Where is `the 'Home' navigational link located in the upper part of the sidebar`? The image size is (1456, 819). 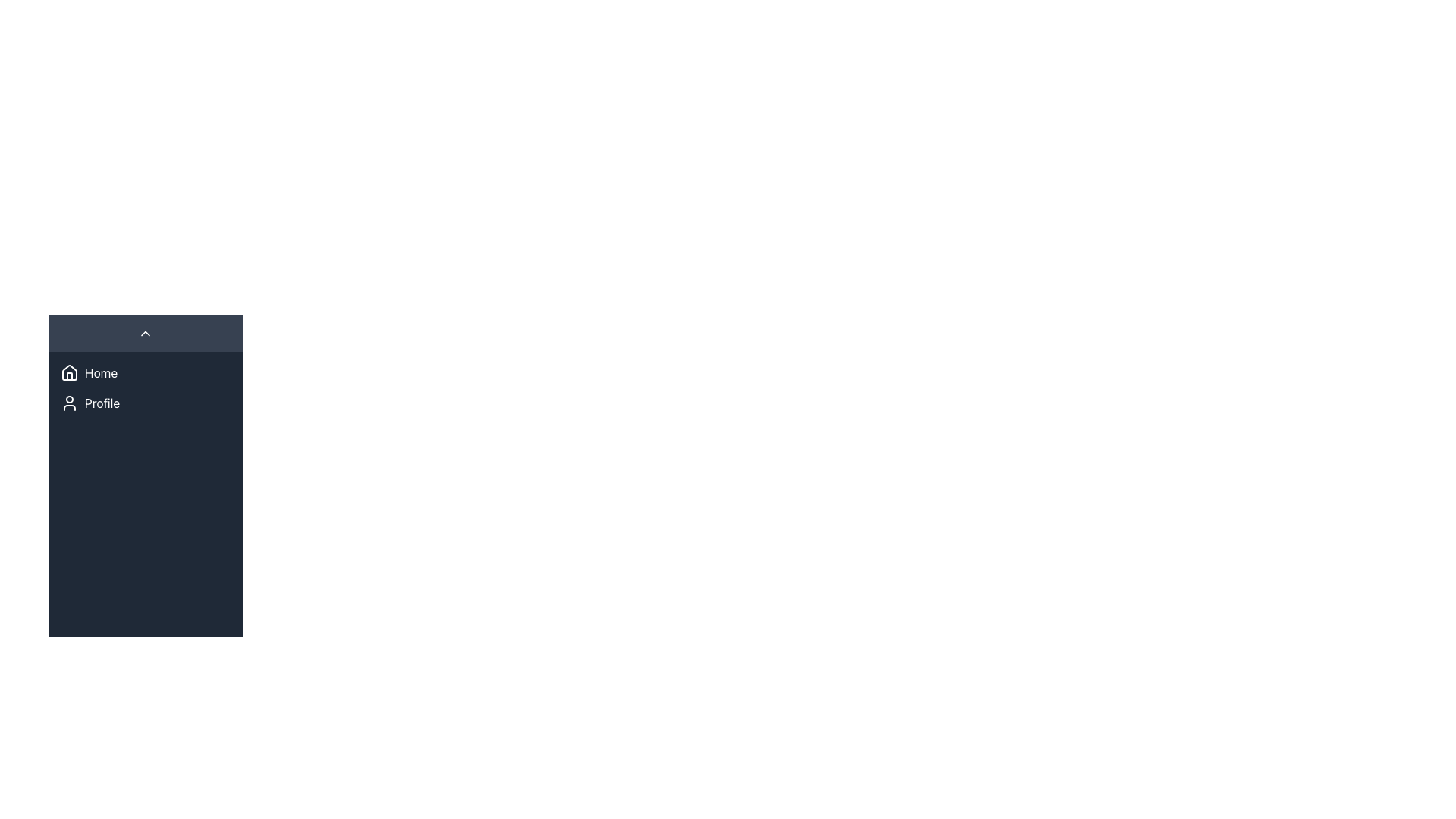
the 'Home' navigational link located in the upper part of the sidebar is located at coordinates (146, 373).